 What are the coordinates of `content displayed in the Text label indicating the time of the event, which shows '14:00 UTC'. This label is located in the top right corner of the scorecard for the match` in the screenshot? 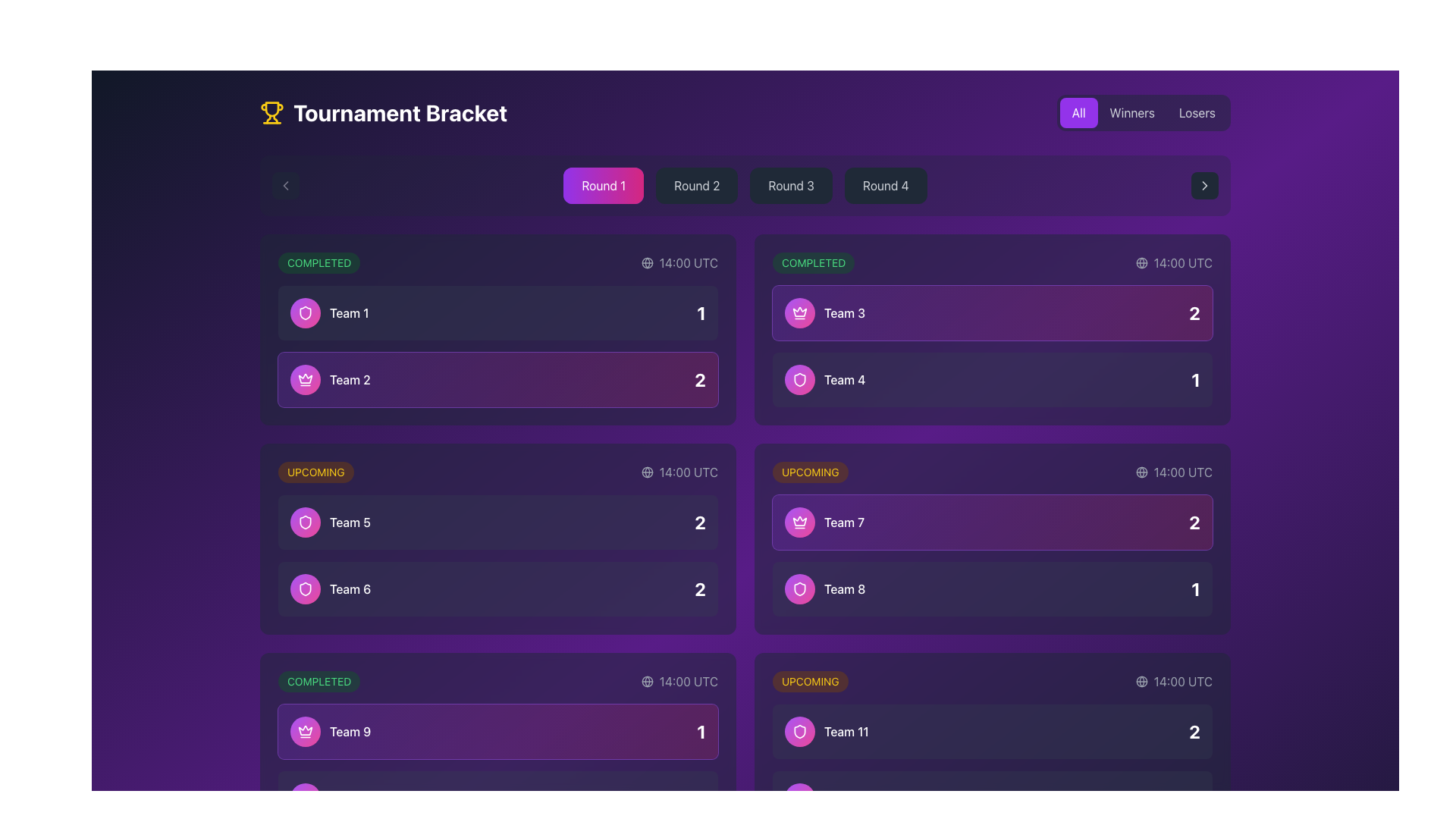 It's located at (688, 472).